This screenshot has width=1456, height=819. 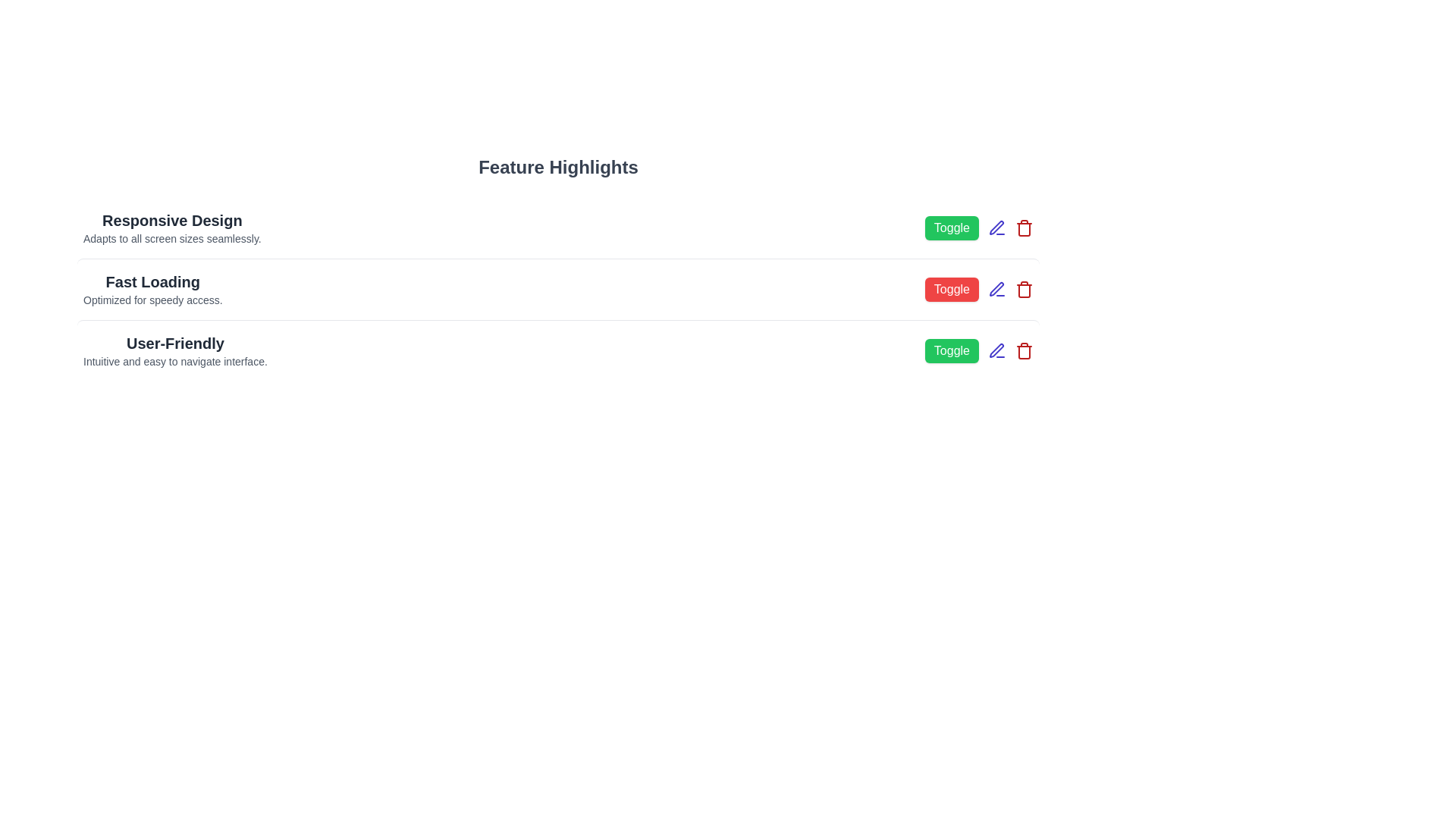 I want to click on the 'Toggle' button next to the feature with name Fast Loading, so click(x=950, y=289).